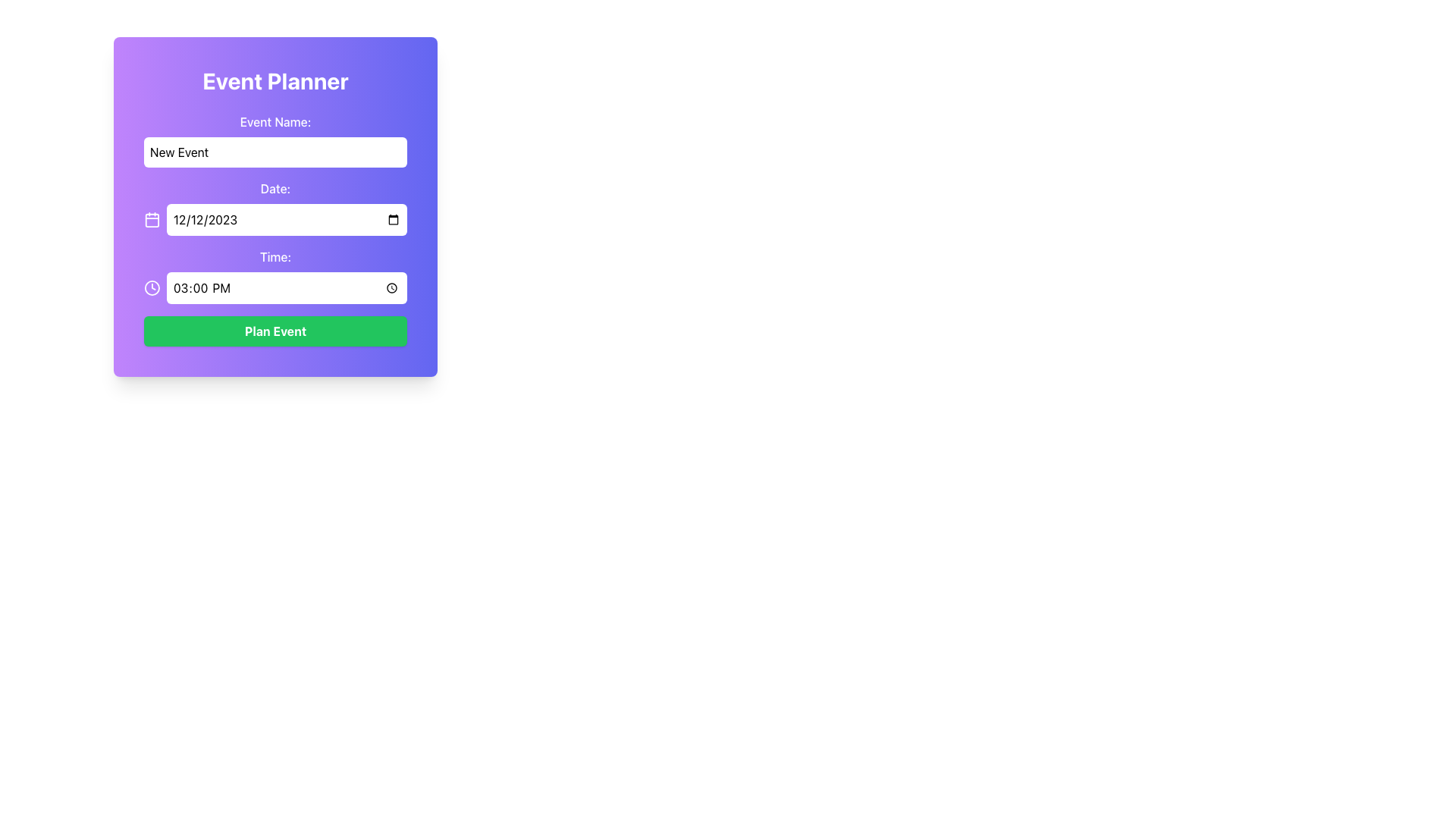  What do you see at coordinates (275, 121) in the screenshot?
I see `the text label that displays 'Event Name:' which is styled with a medium font weight and located on a gradient purple background, positioned above the 'New Event' input field` at bounding box center [275, 121].